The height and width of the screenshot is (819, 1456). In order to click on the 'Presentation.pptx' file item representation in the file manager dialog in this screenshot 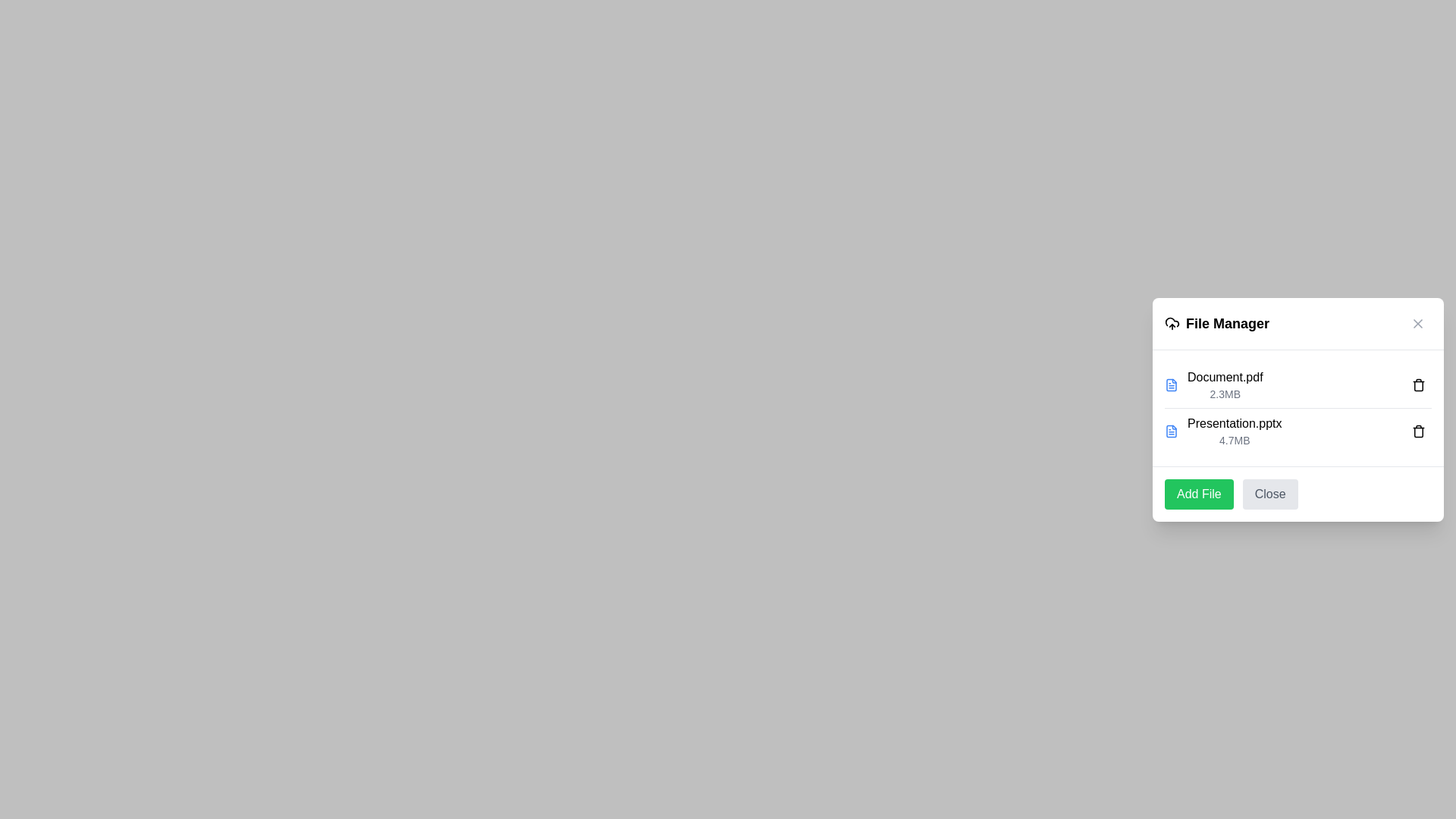, I will do `click(1223, 431)`.